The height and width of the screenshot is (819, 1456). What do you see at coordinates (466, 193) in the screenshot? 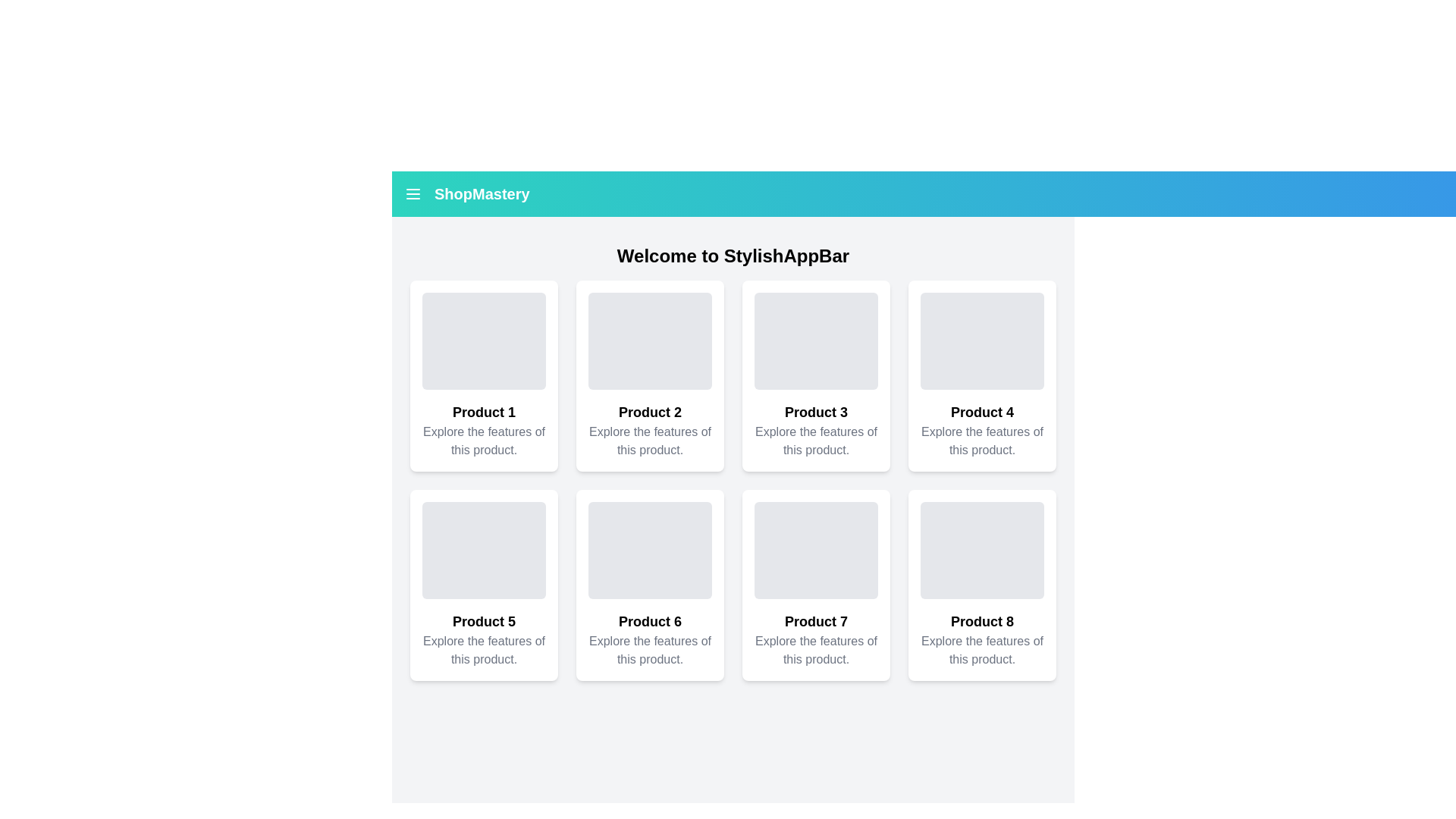
I see `the branding text label with accompanying icon located in the upper-left corner of the application header` at bounding box center [466, 193].